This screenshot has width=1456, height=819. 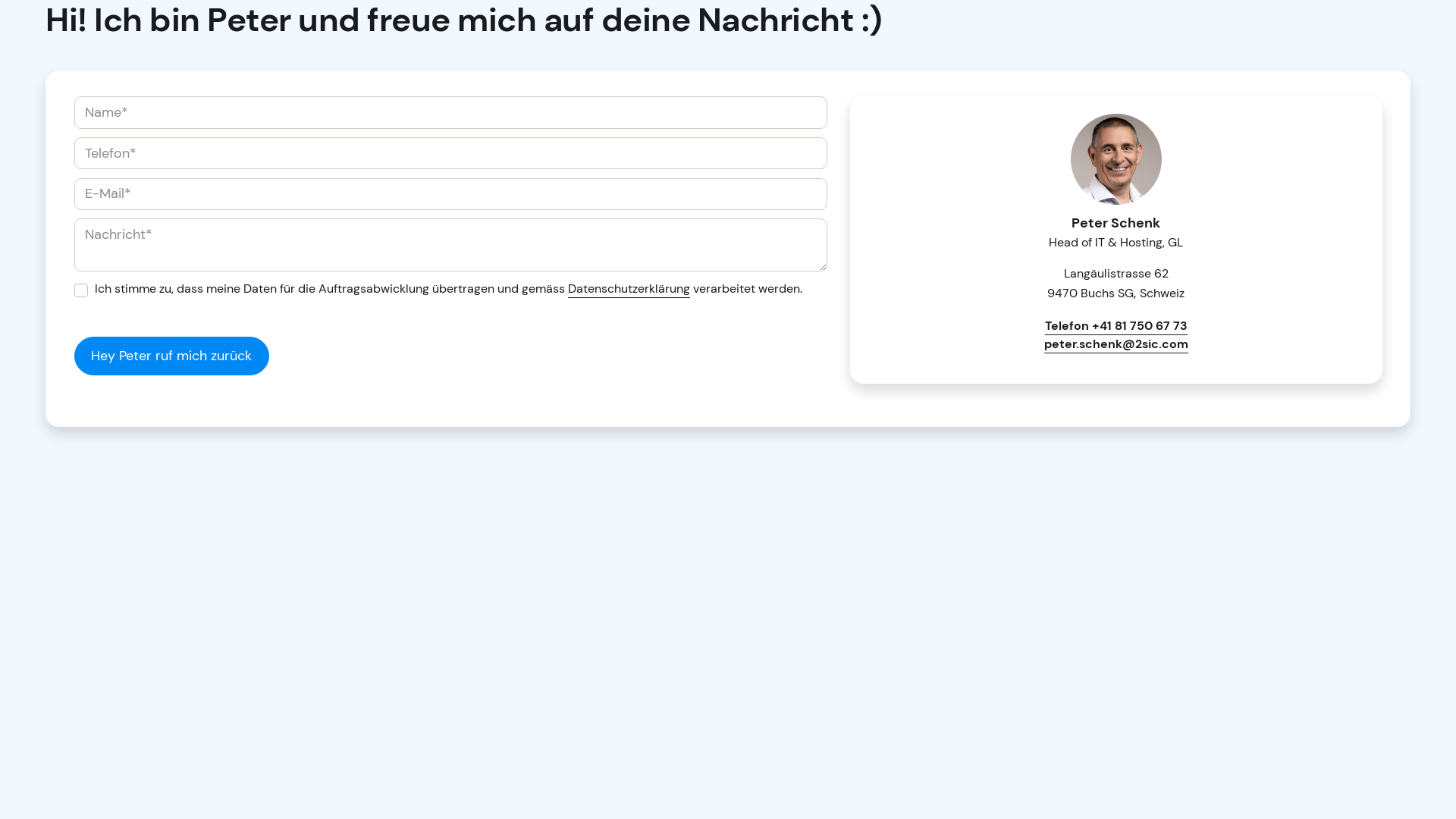 What do you see at coordinates (1043, 325) in the screenshot?
I see `'Telefon +41 81 750 67 73'` at bounding box center [1043, 325].